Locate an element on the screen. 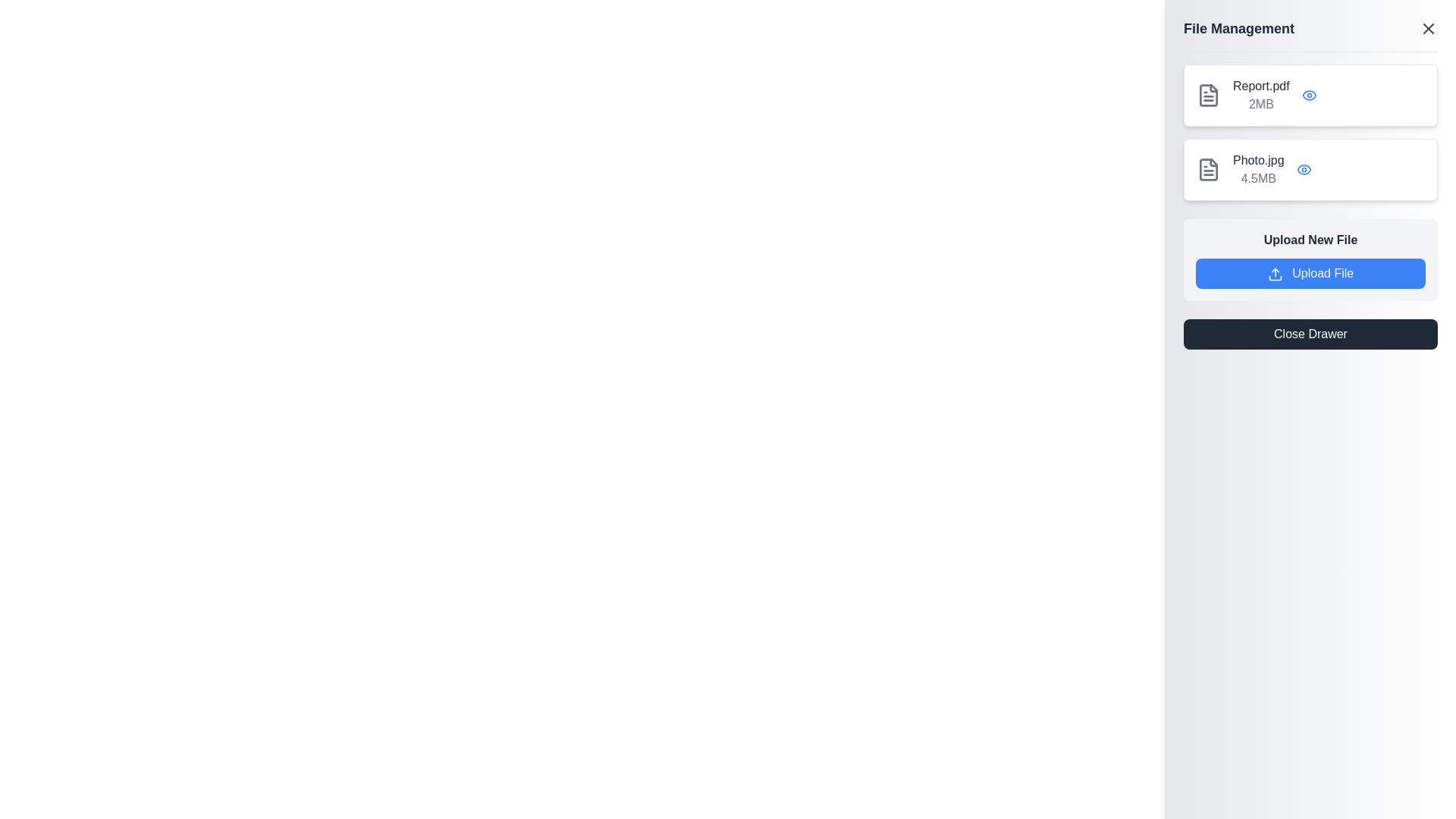 The image size is (1456, 819). the close icon button resembling an 'X' located at the top-right corner of the 'File Management' section is located at coordinates (1427, 29).